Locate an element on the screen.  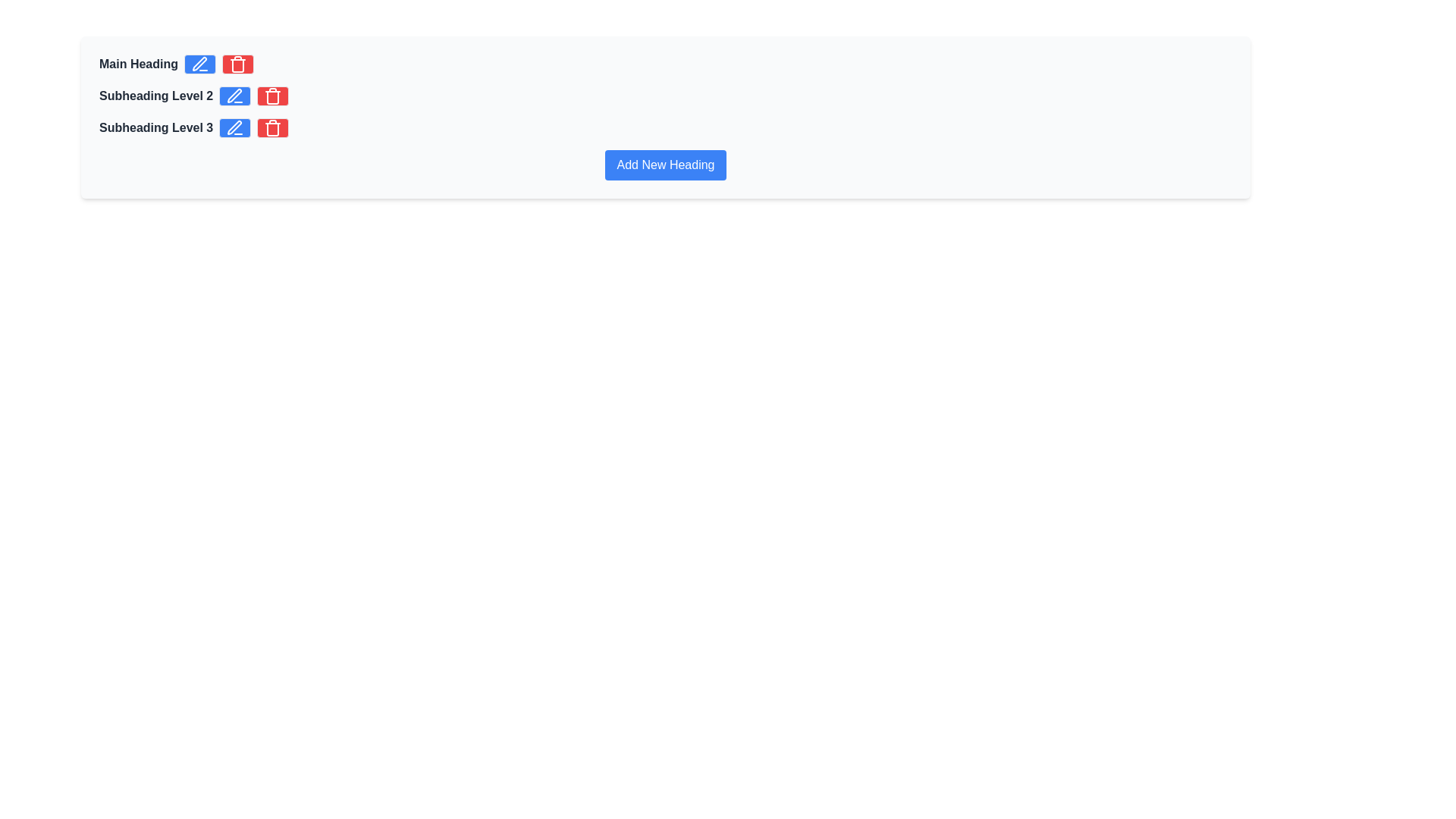
the small blue pen icon button located to the right of the 'Subheading Level 2' text to enter edit mode is located at coordinates (234, 96).